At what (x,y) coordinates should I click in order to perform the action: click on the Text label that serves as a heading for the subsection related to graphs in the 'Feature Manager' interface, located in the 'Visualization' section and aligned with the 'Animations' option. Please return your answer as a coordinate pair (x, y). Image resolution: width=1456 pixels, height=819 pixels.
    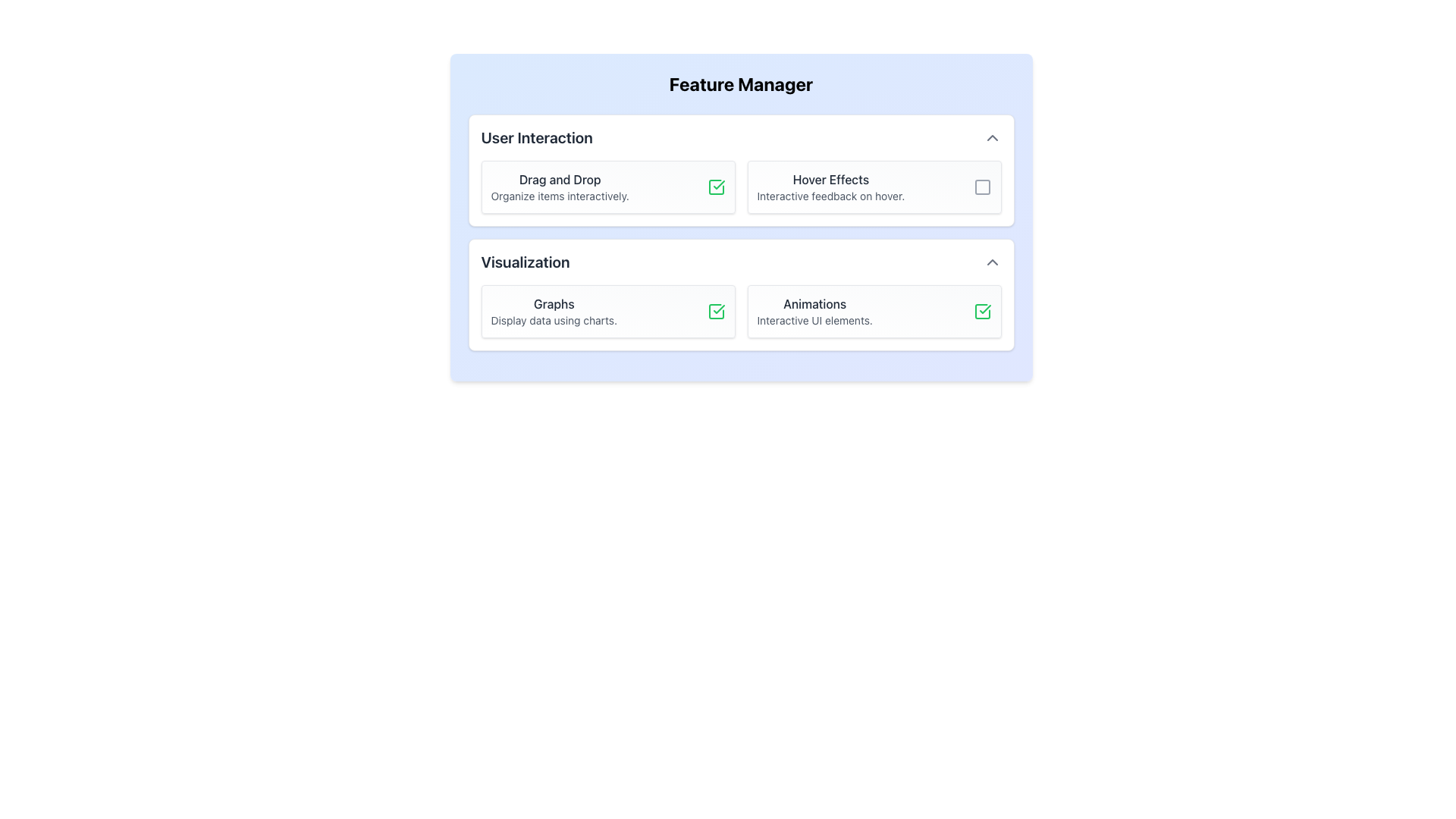
    Looking at the image, I should click on (553, 304).